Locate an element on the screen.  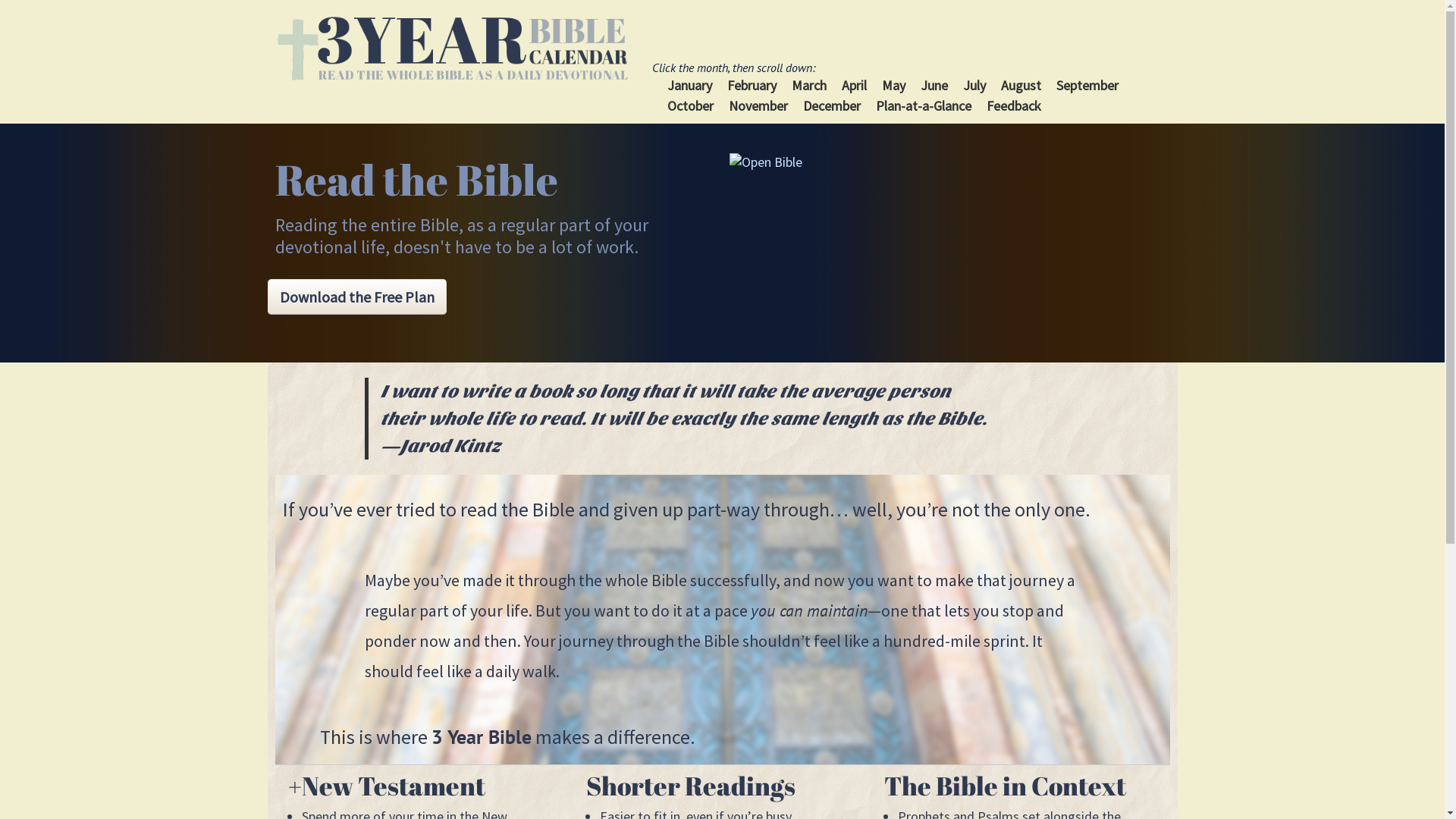
'Feedback' is located at coordinates (986, 105).